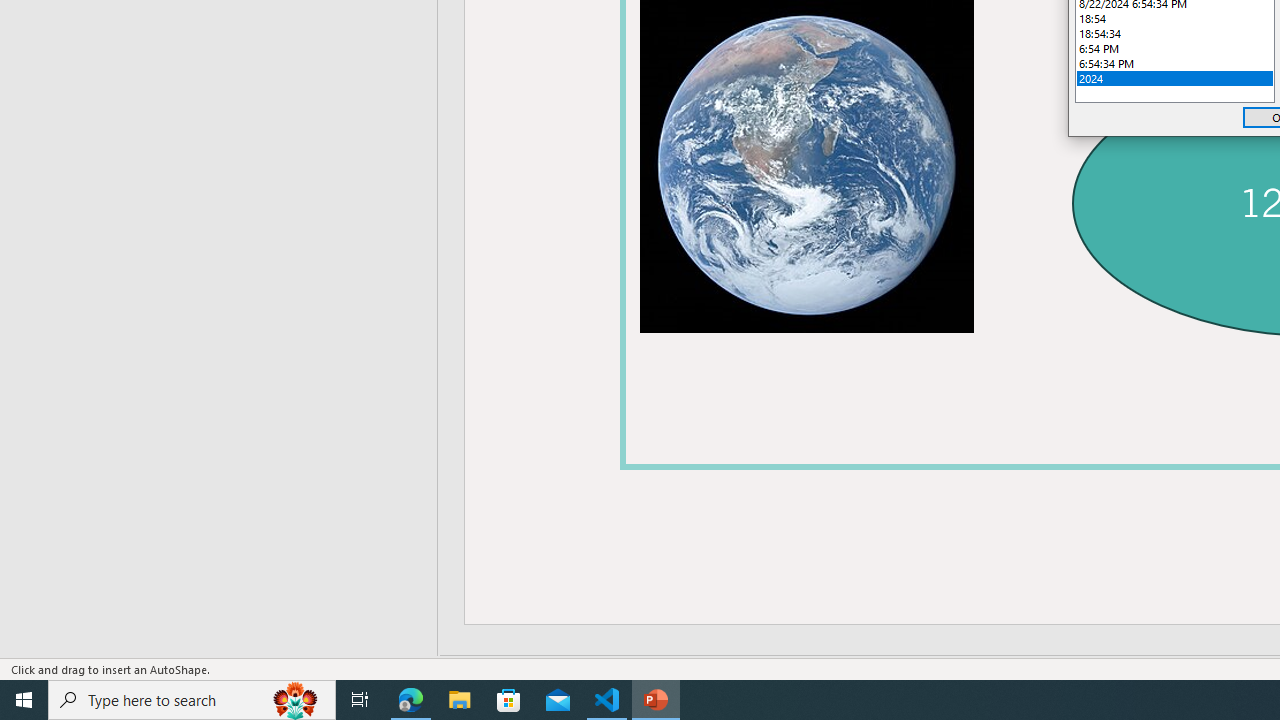  Describe the element at coordinates (410, 698) in the screenshot. I see `'Microsoft Edge - 1 running window'` at that location.